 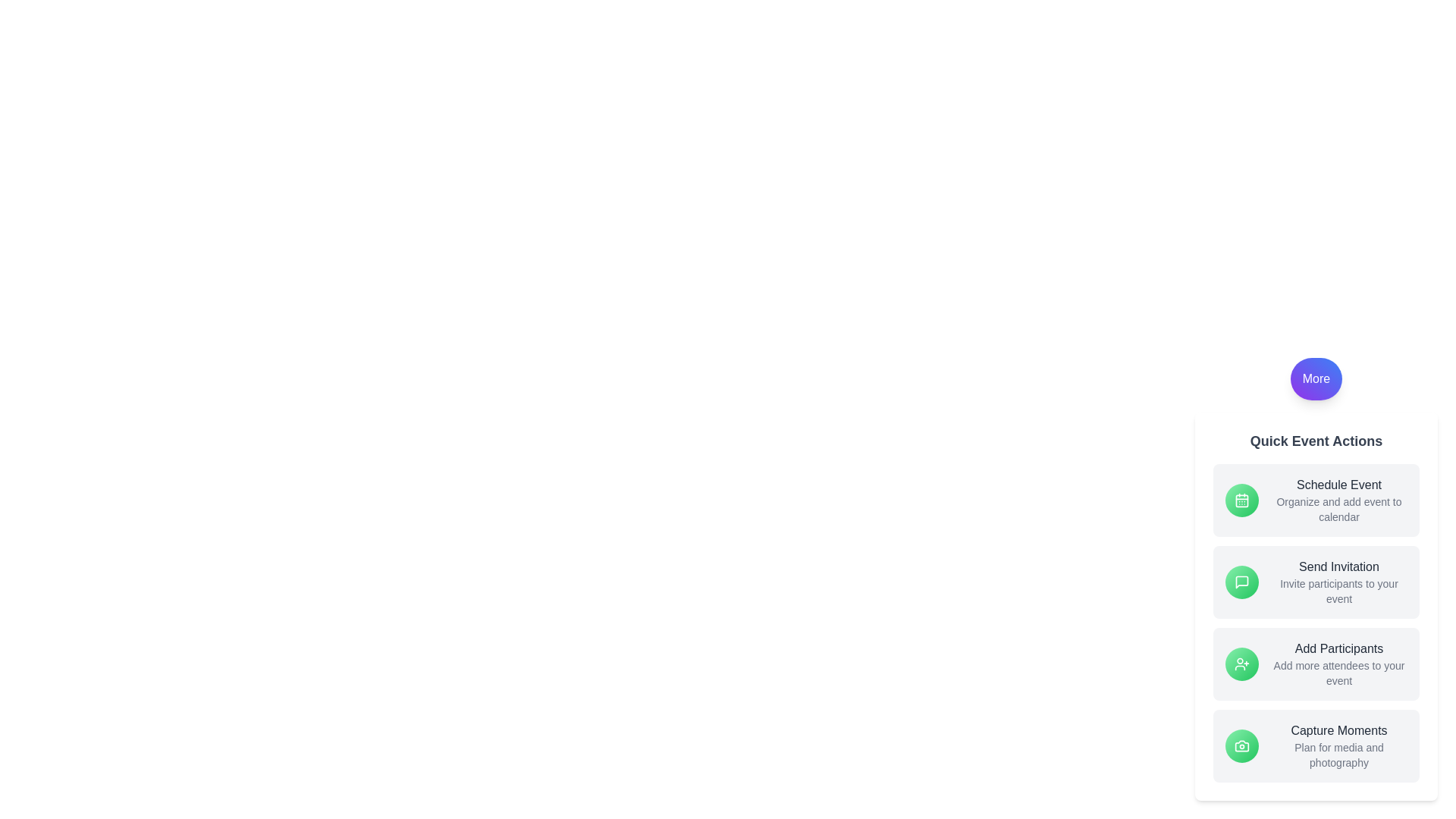 I want to click on the 'Add Participants' button, so click(x=1316, y=663).